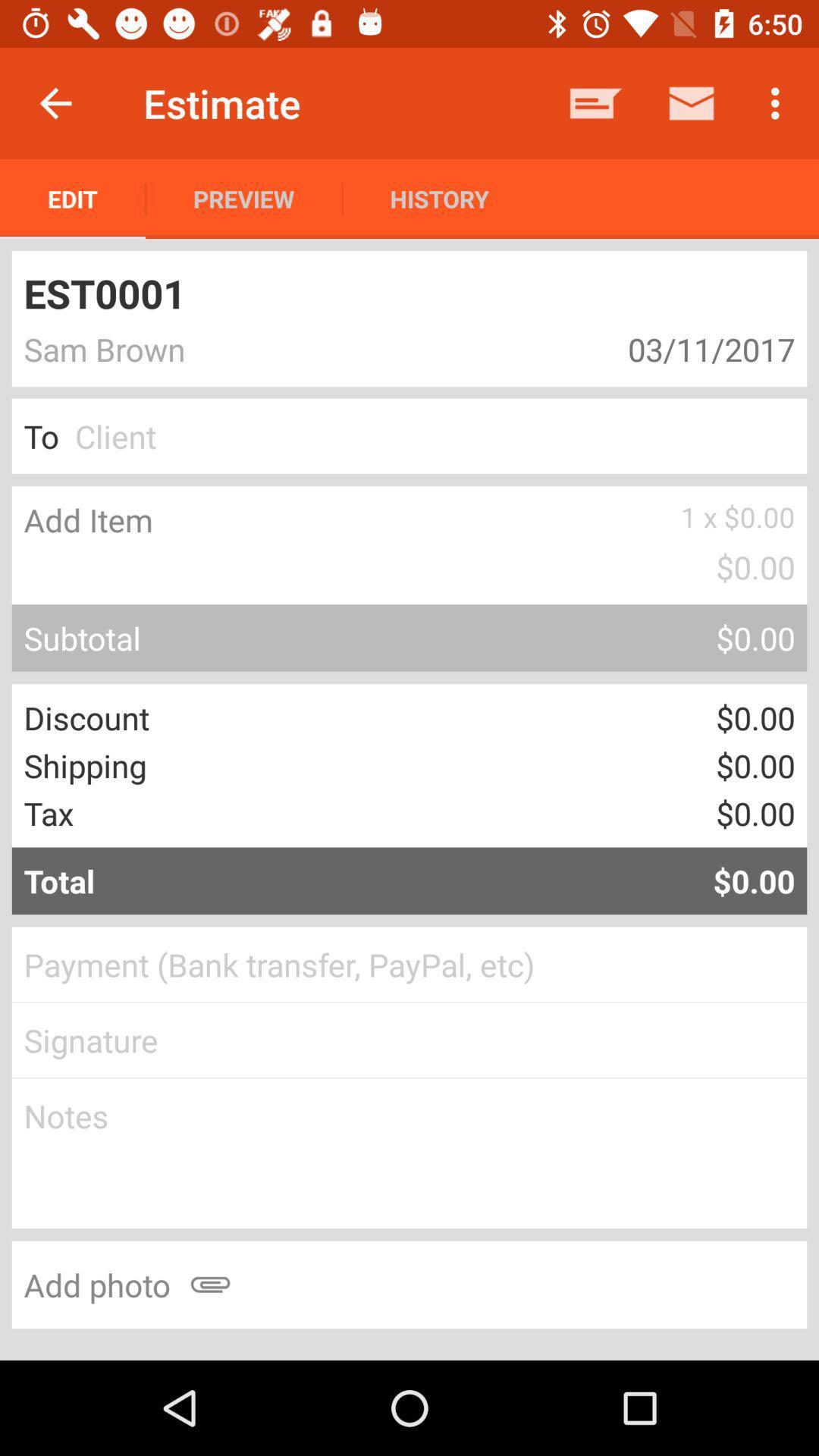  What do you see at coordinates (73, 198) in the screenshot?
I see `icon next to preview icon` at bounding box center [73, 198].